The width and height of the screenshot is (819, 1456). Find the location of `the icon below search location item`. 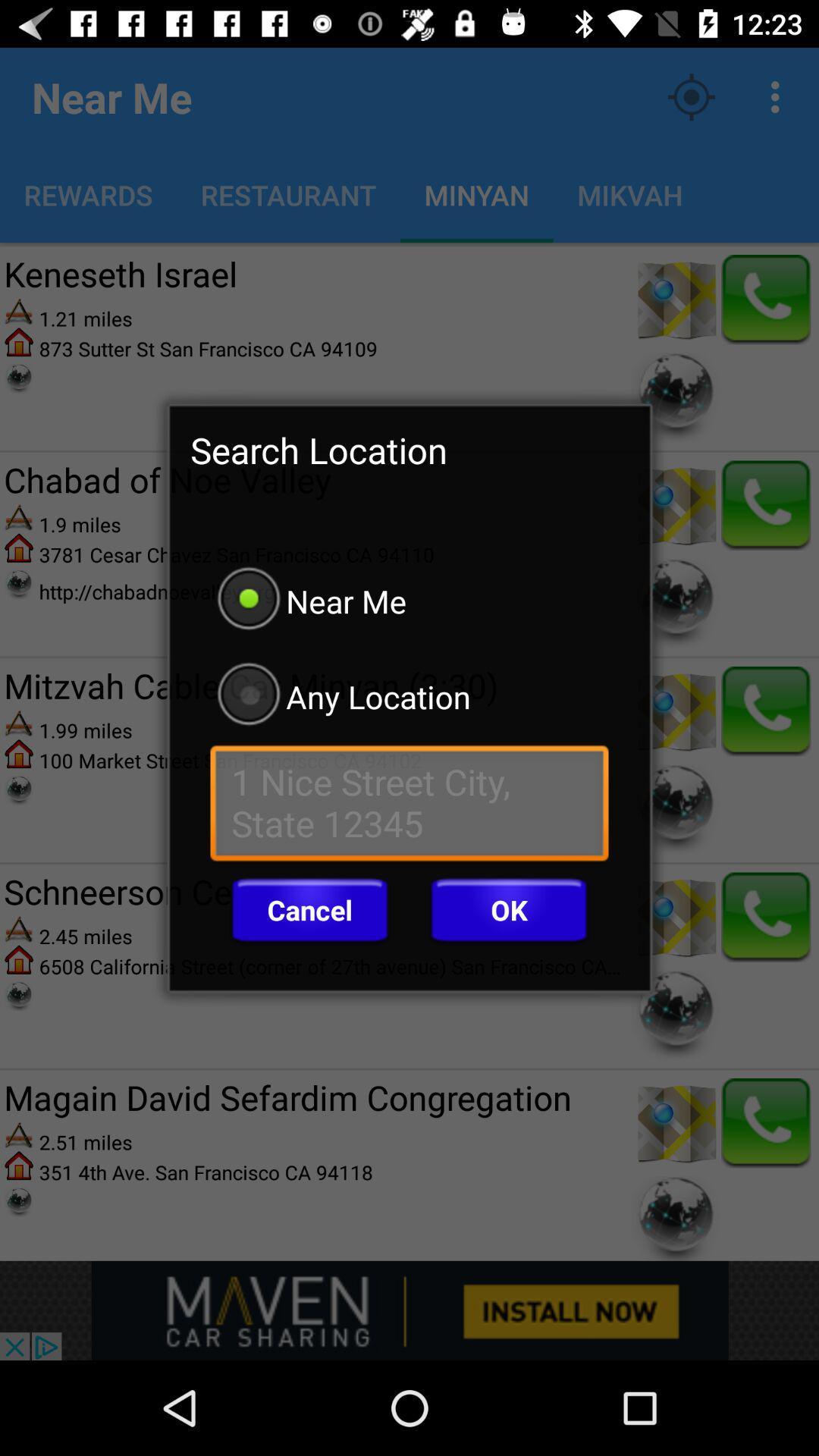

the icon below search location item is located at coordinates (409, 600).